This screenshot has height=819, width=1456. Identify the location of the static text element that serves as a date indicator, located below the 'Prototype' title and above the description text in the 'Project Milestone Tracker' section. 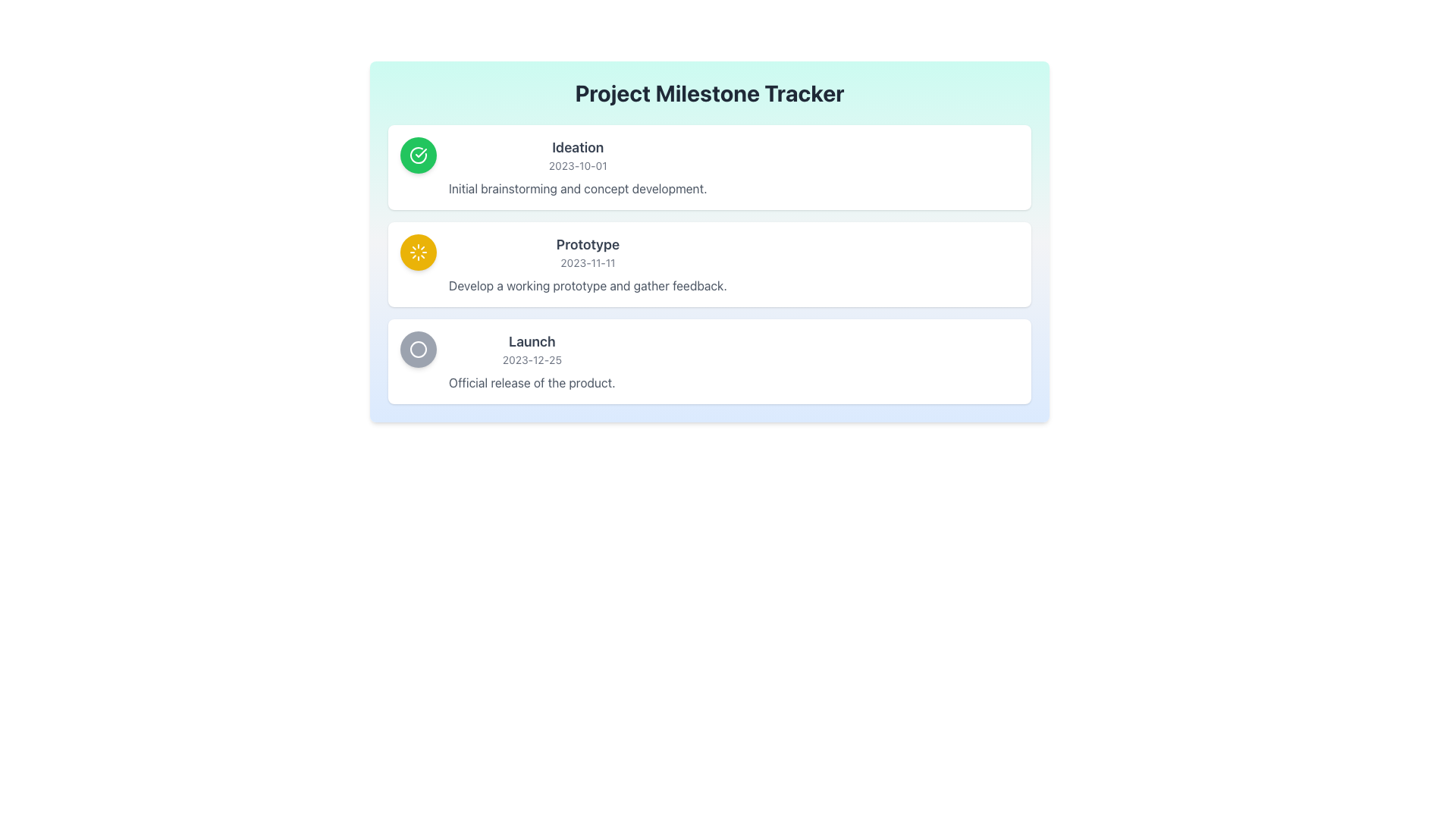
(587, 262).